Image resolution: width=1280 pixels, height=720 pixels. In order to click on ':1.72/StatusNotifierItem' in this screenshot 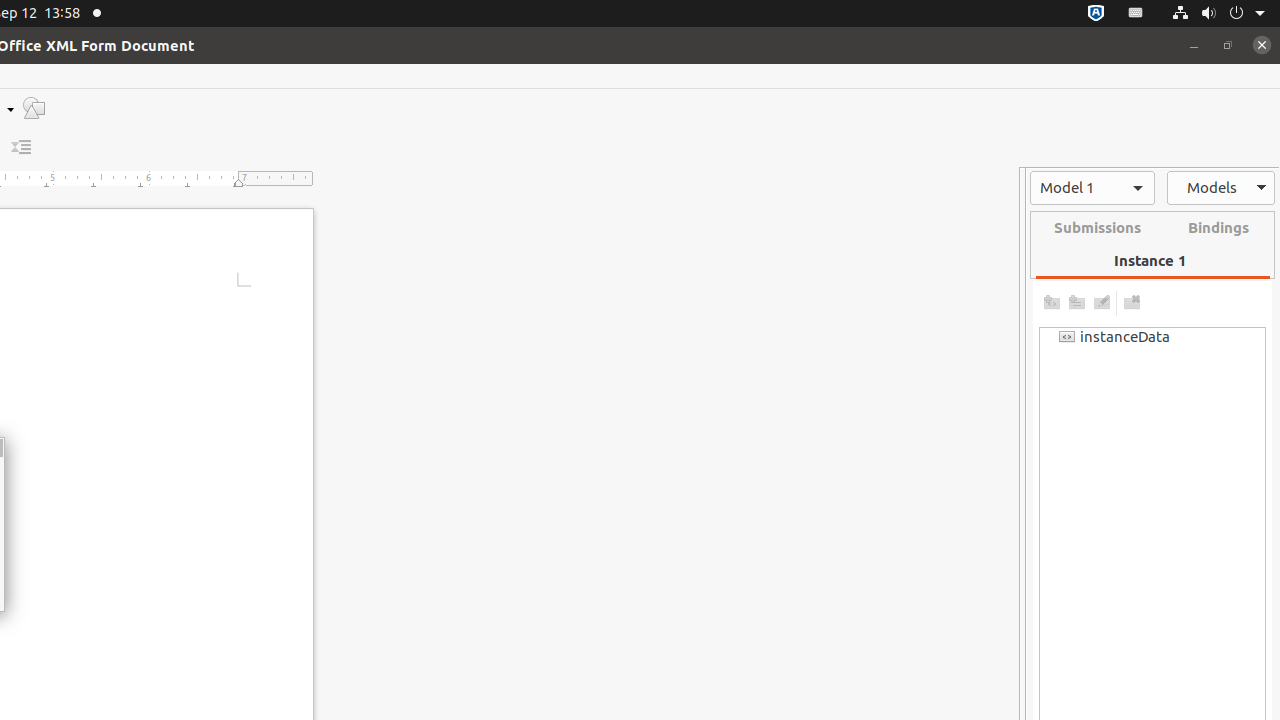, I will do `click(1094, 13)`.